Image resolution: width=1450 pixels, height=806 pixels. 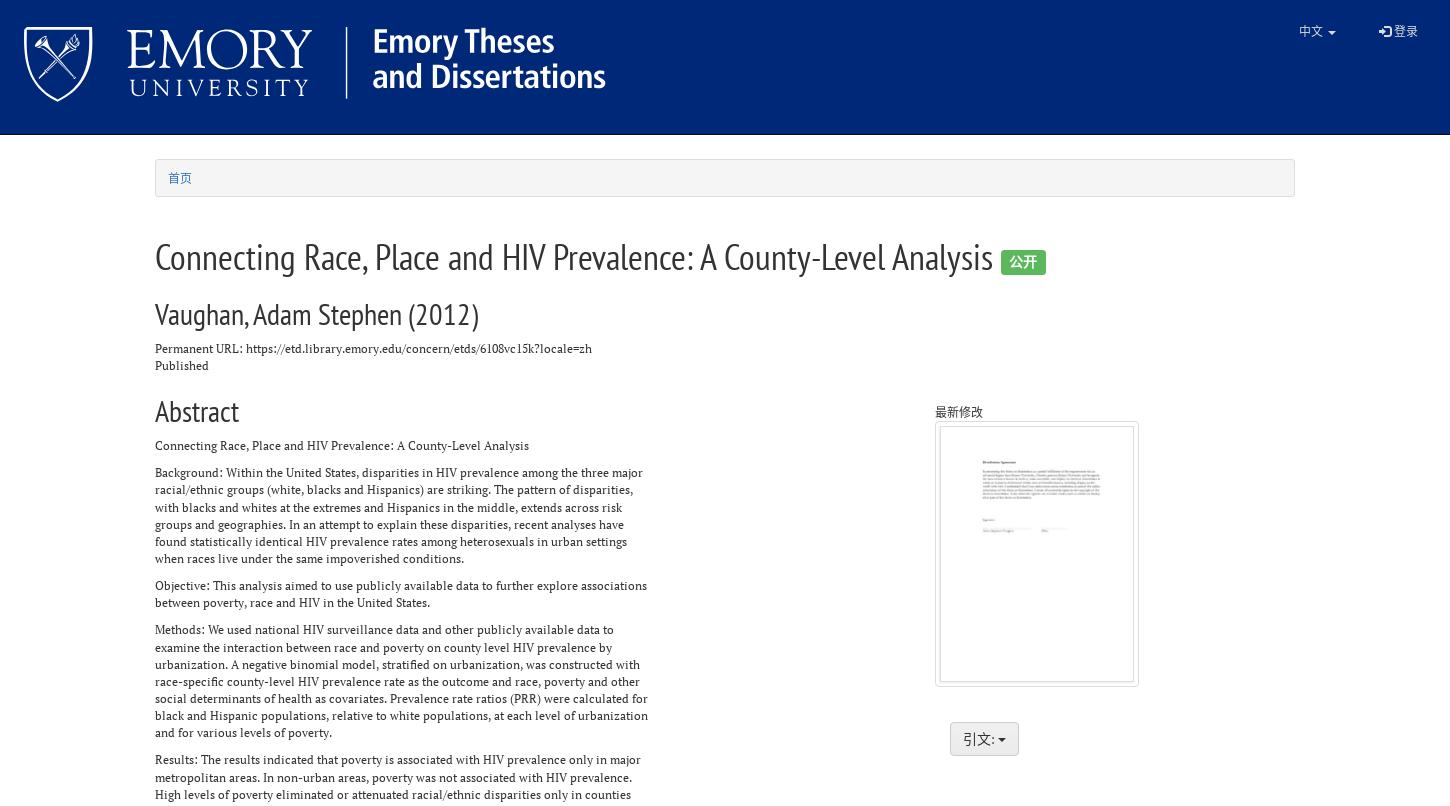 I want to click on 'Abstract', so click(x=196, y=410).